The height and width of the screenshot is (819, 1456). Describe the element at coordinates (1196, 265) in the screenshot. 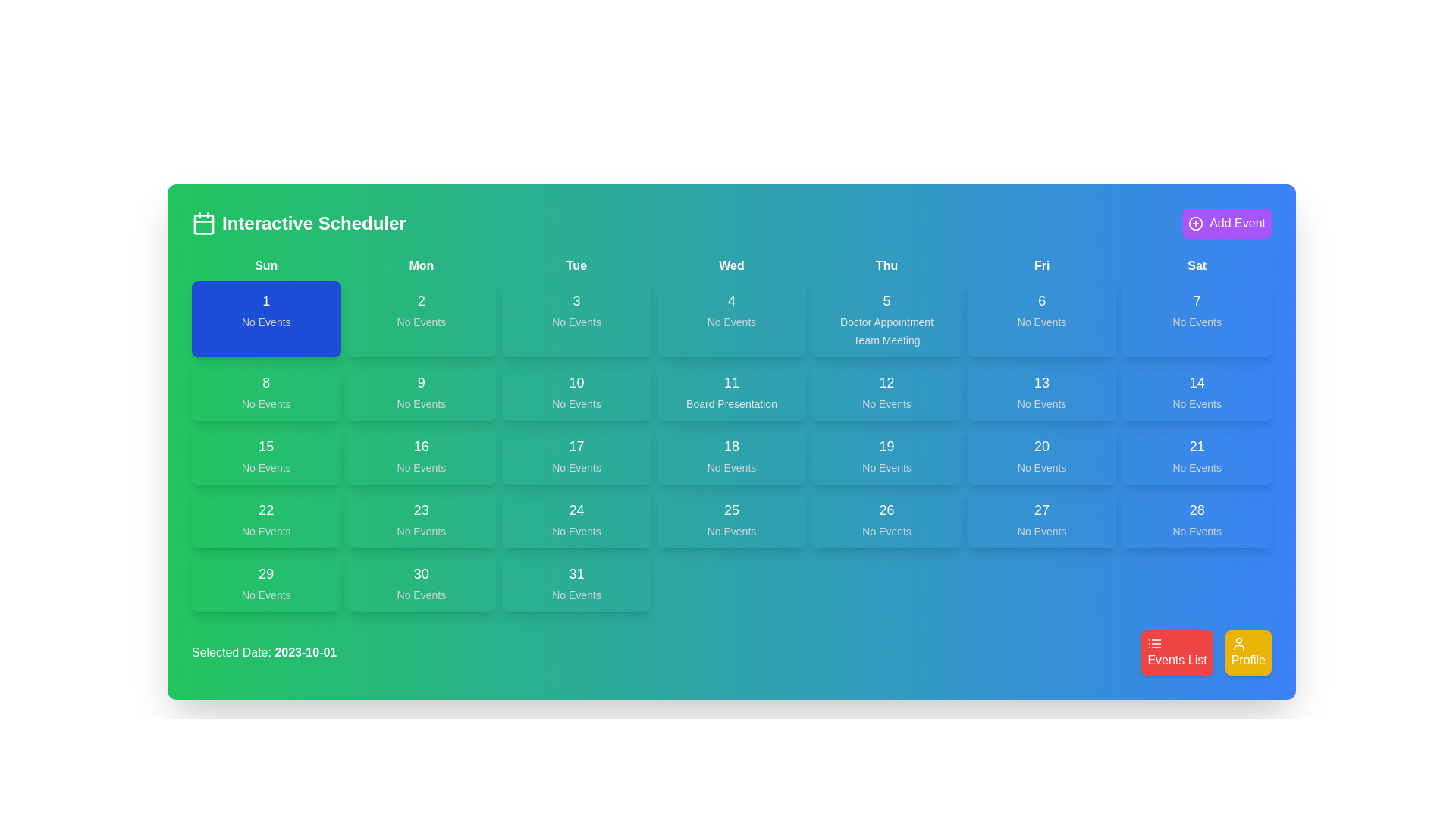

I see `the static text label for the 'Saturday' column in the calendar grid, which is located in the top-right corner and is adjacent to 'Fri'` at that location.